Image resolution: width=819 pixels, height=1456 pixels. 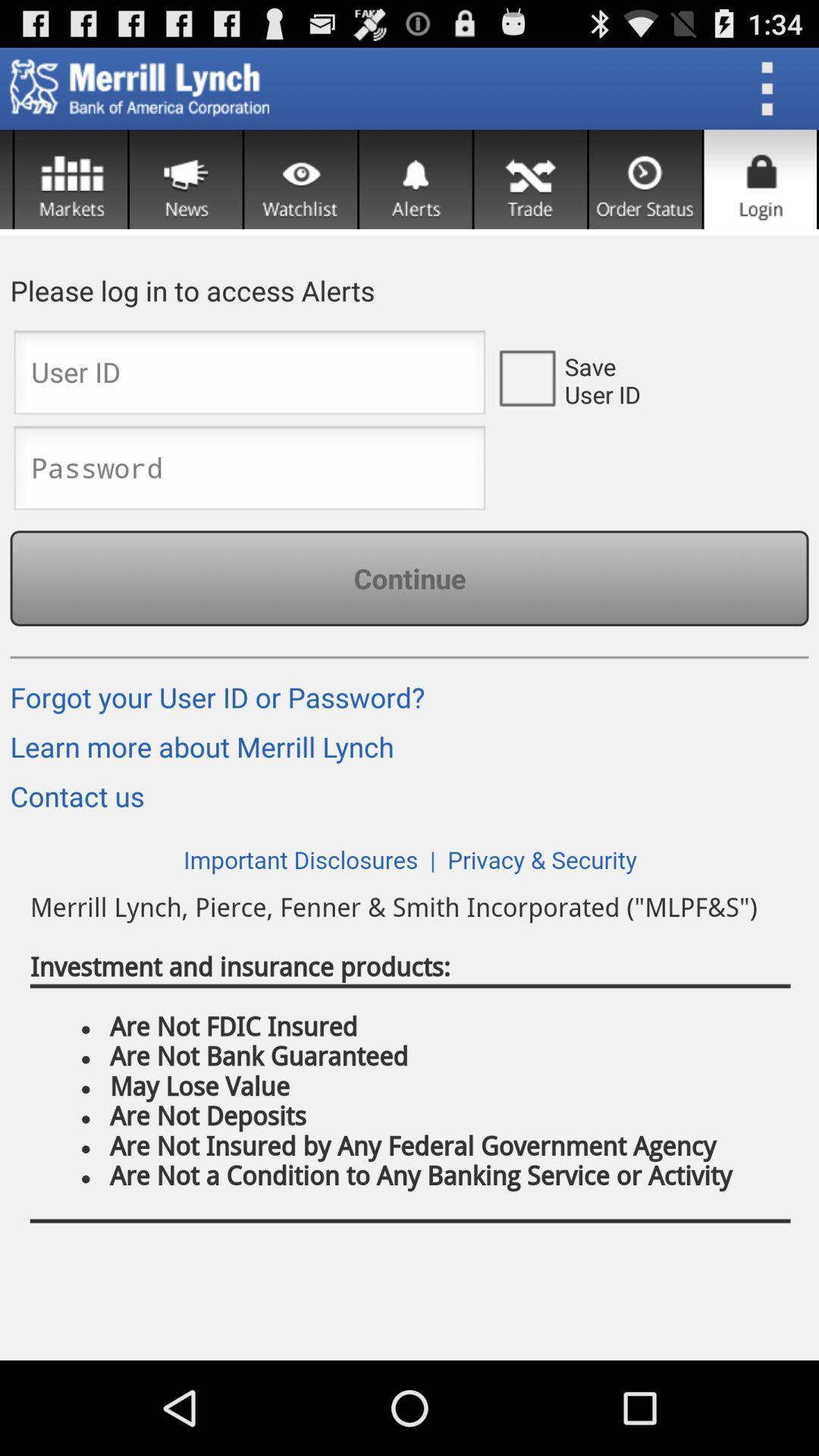 I want to click on user id, so click(x=526, y=377).